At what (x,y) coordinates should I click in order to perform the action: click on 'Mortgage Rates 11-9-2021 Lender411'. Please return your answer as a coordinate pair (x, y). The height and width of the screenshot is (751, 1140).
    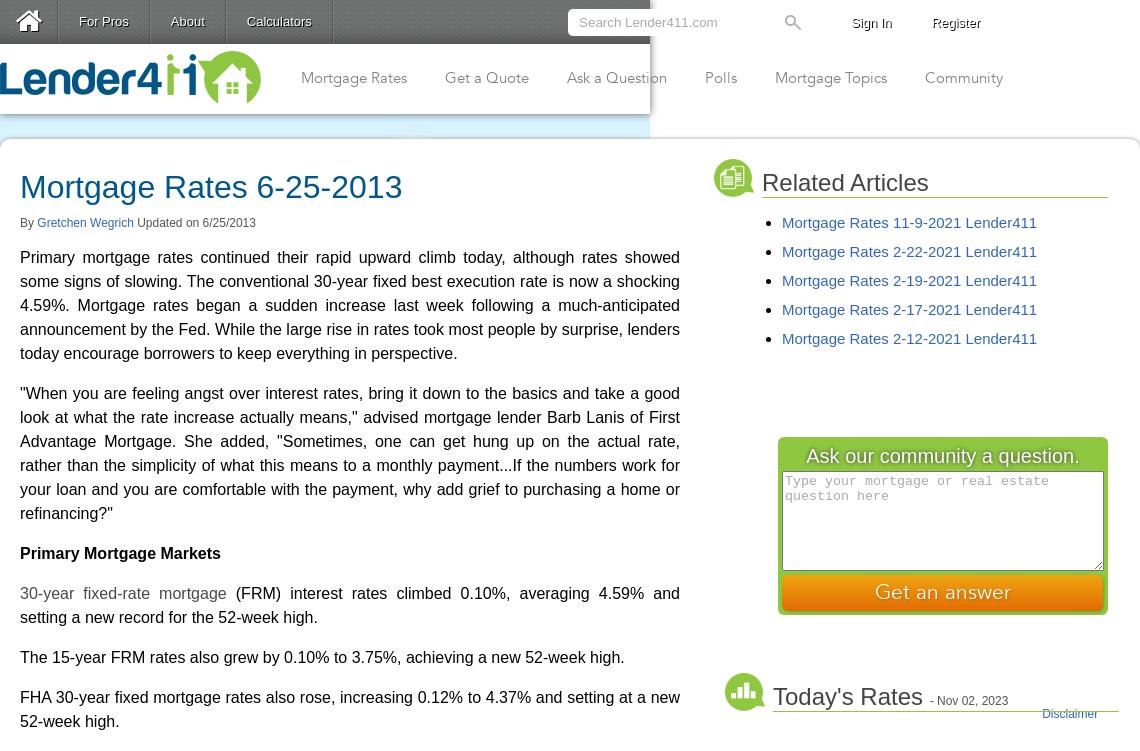
    Looking at the image, I should click on (909, 222).